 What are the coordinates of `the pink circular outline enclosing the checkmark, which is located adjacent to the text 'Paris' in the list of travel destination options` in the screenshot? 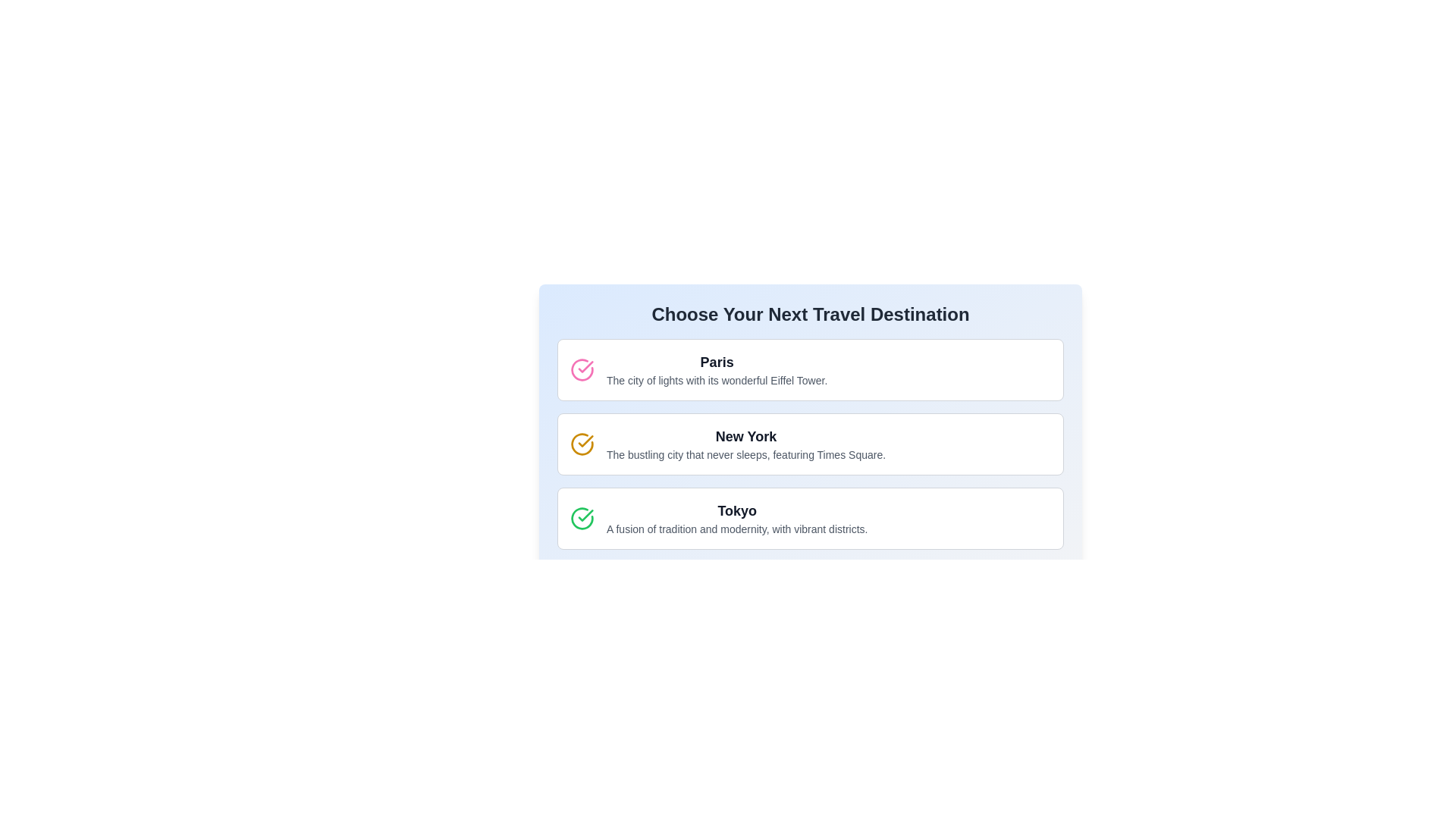 It's located at (582, 370).